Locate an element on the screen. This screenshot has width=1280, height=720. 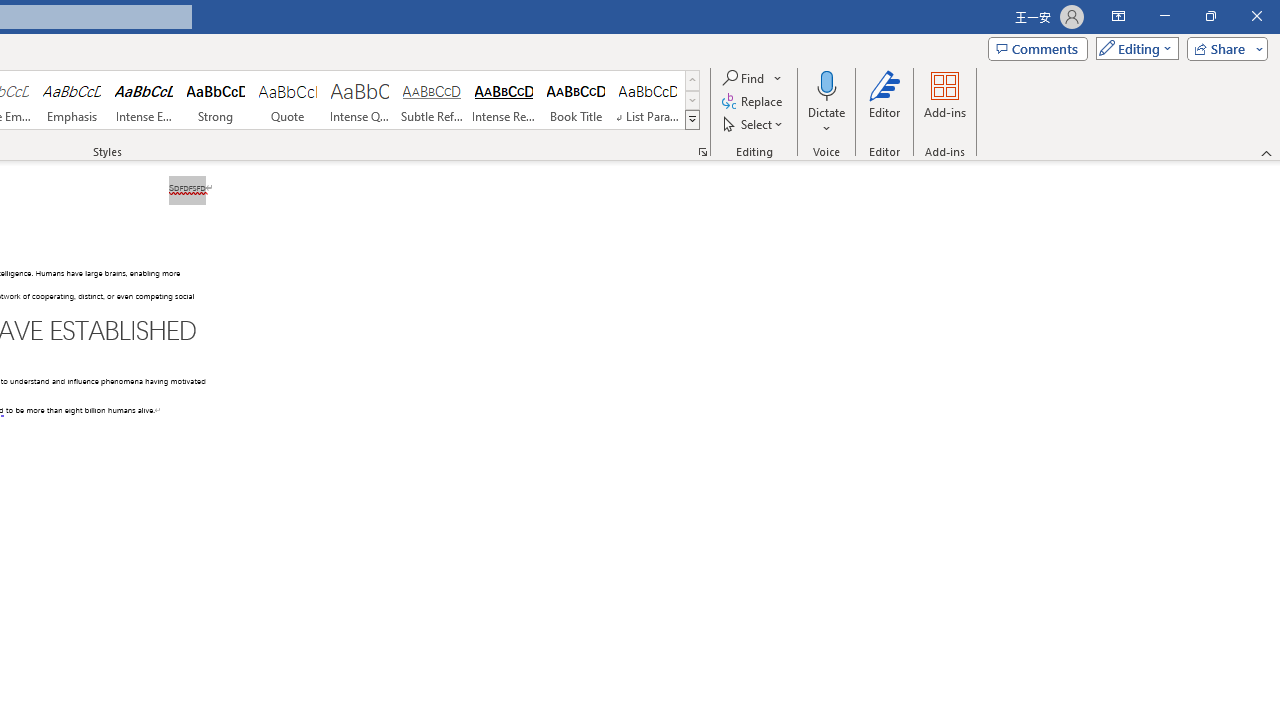
'Select' is located at coordinates (753, 124).